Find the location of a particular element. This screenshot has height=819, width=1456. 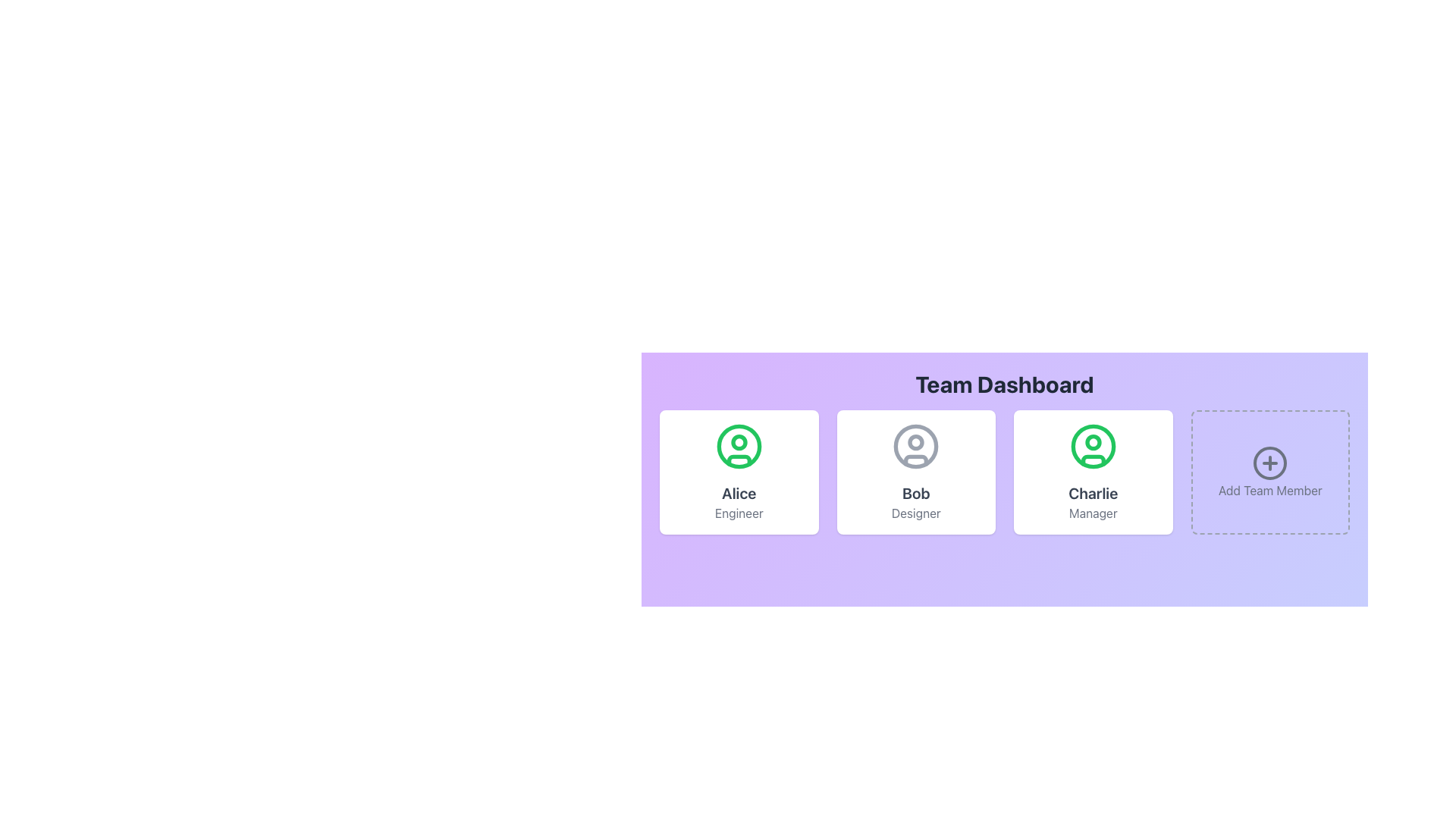

the user profile icon, which is a green circular outline with a smaller filled circle at the top, located in the upper central area of the 'Charlie Manager' card, above the label 'Charlie' is located at coordinates (1093, 446).